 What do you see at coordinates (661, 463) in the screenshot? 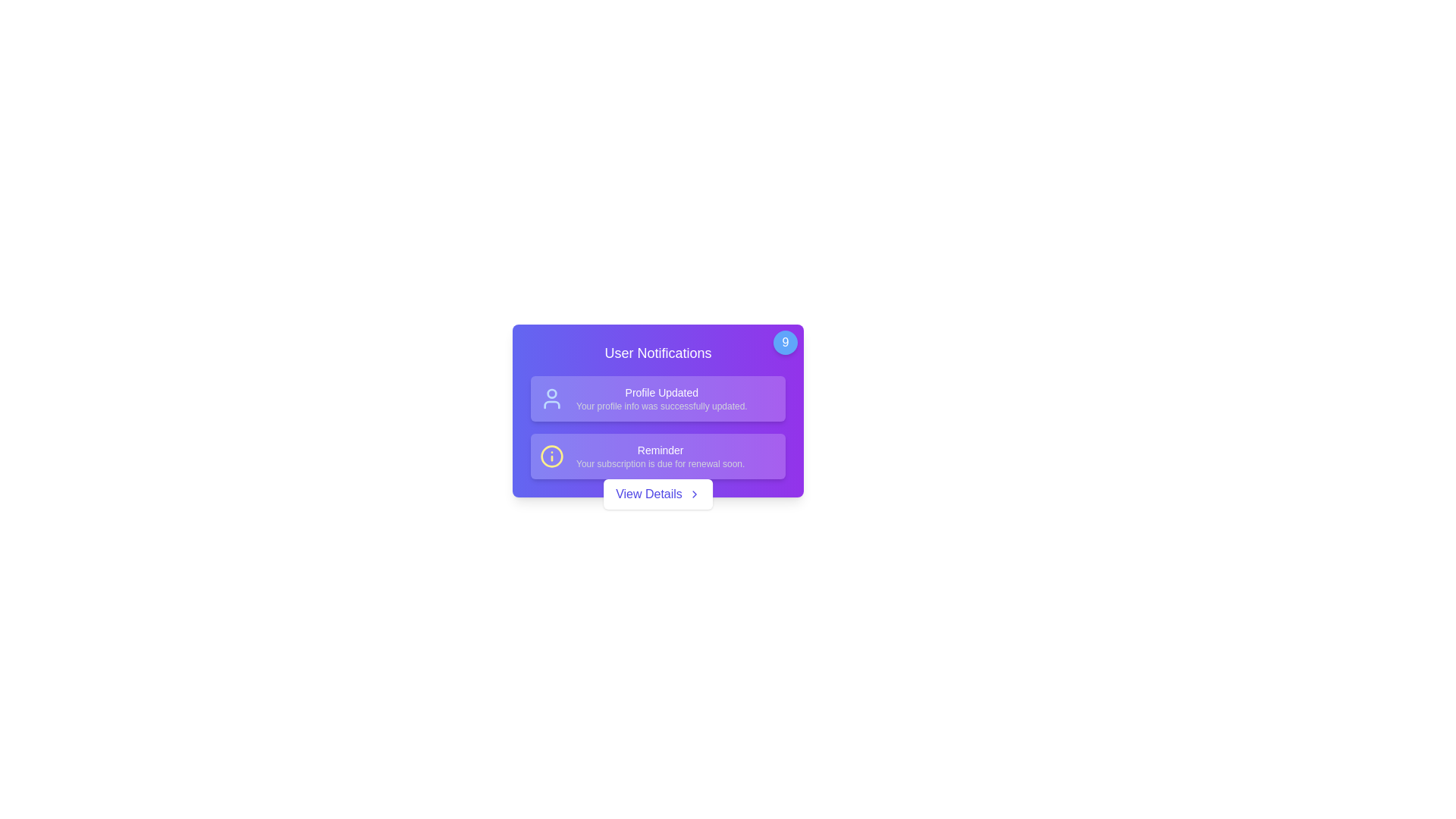
I see `the text label that provides additional information related to the notification titled 'Reminder', positioned beneath the primary label within the notification card` at bounding box center [661, 463].